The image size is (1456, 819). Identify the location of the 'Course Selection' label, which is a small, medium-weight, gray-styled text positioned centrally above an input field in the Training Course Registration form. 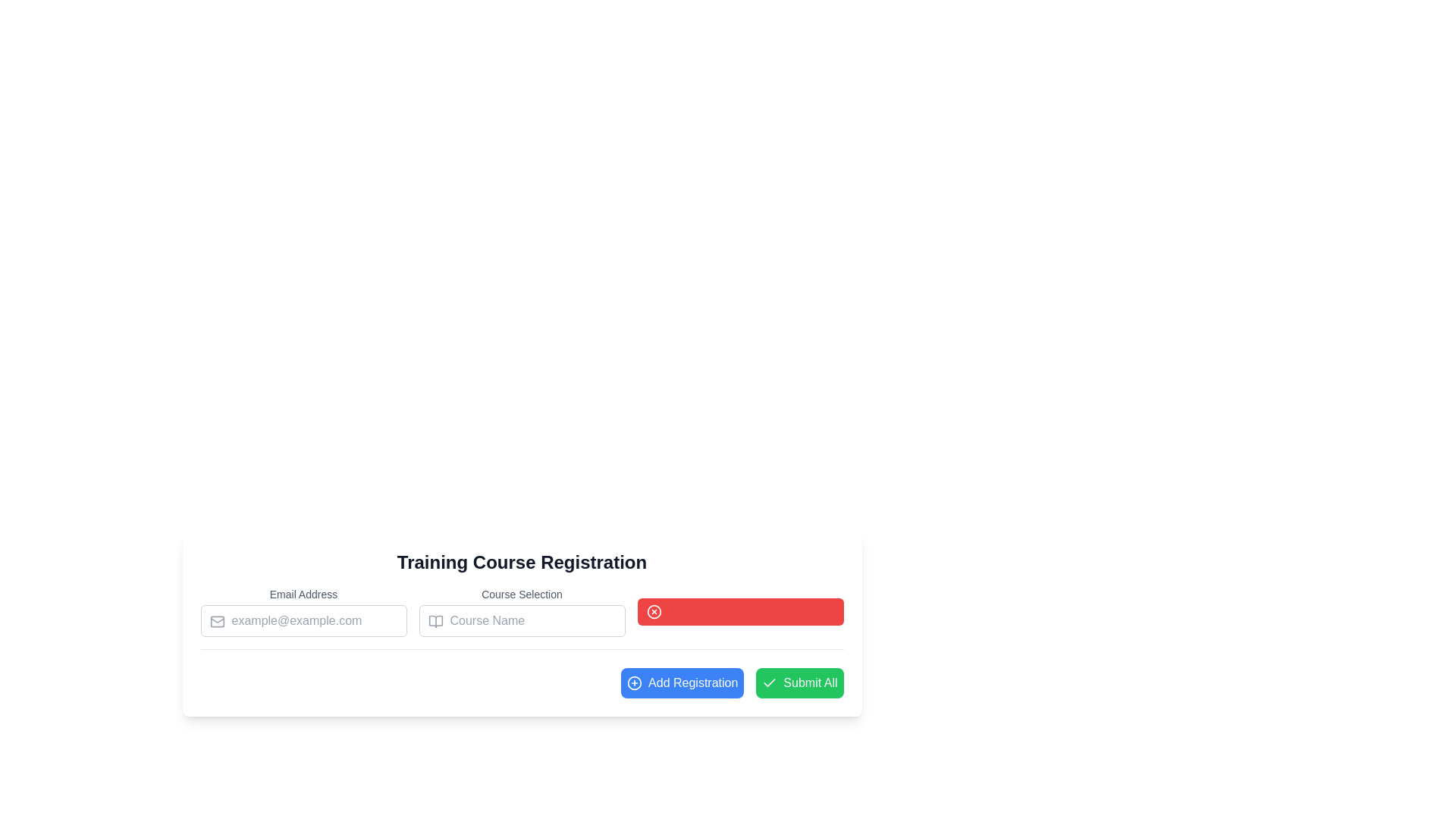
(522, 593).